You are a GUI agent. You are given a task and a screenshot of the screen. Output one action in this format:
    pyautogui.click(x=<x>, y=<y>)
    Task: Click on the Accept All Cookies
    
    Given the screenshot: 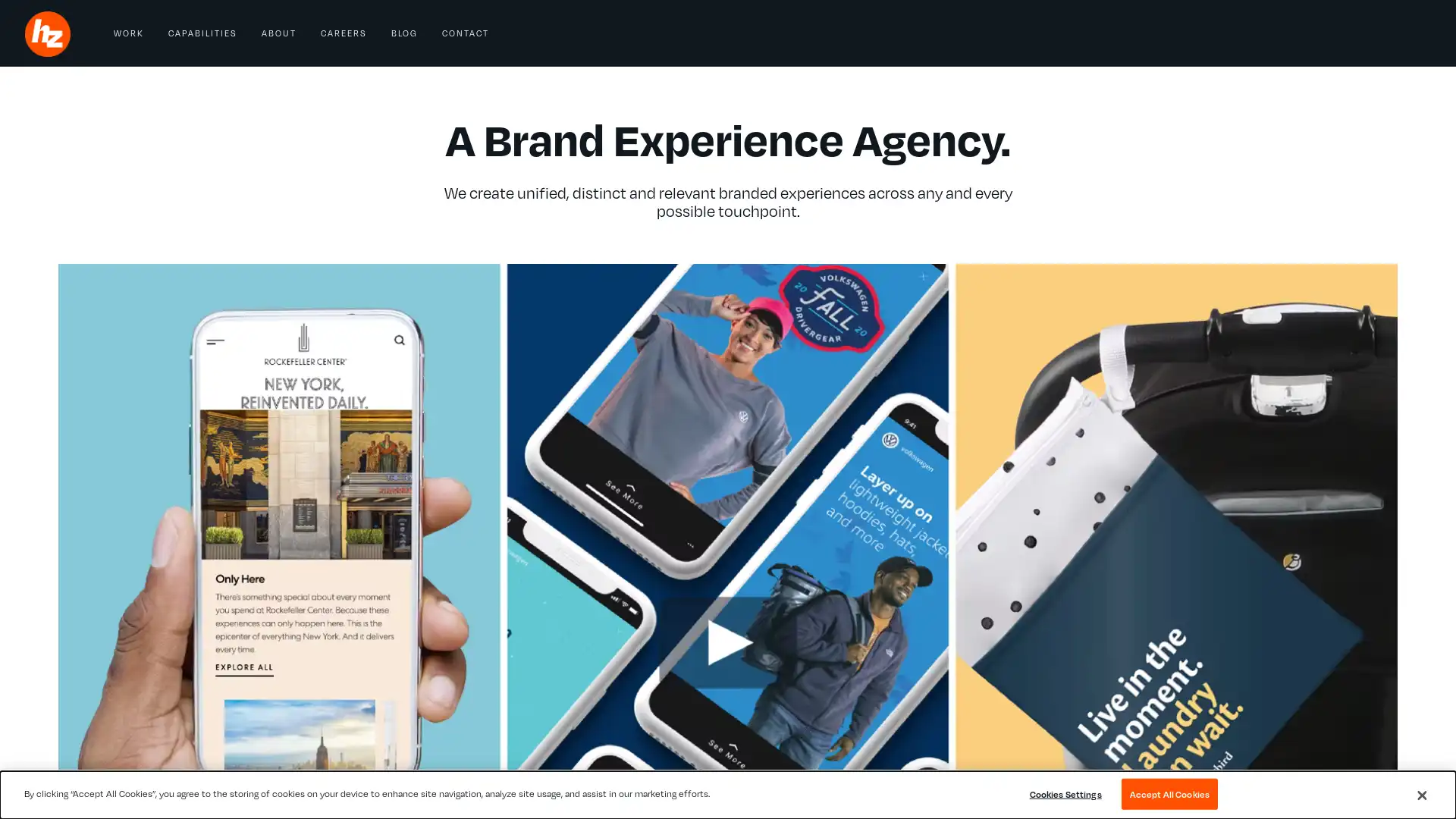 What is the action you would take?
    pyautogui.click(x=1168, y=792)
    